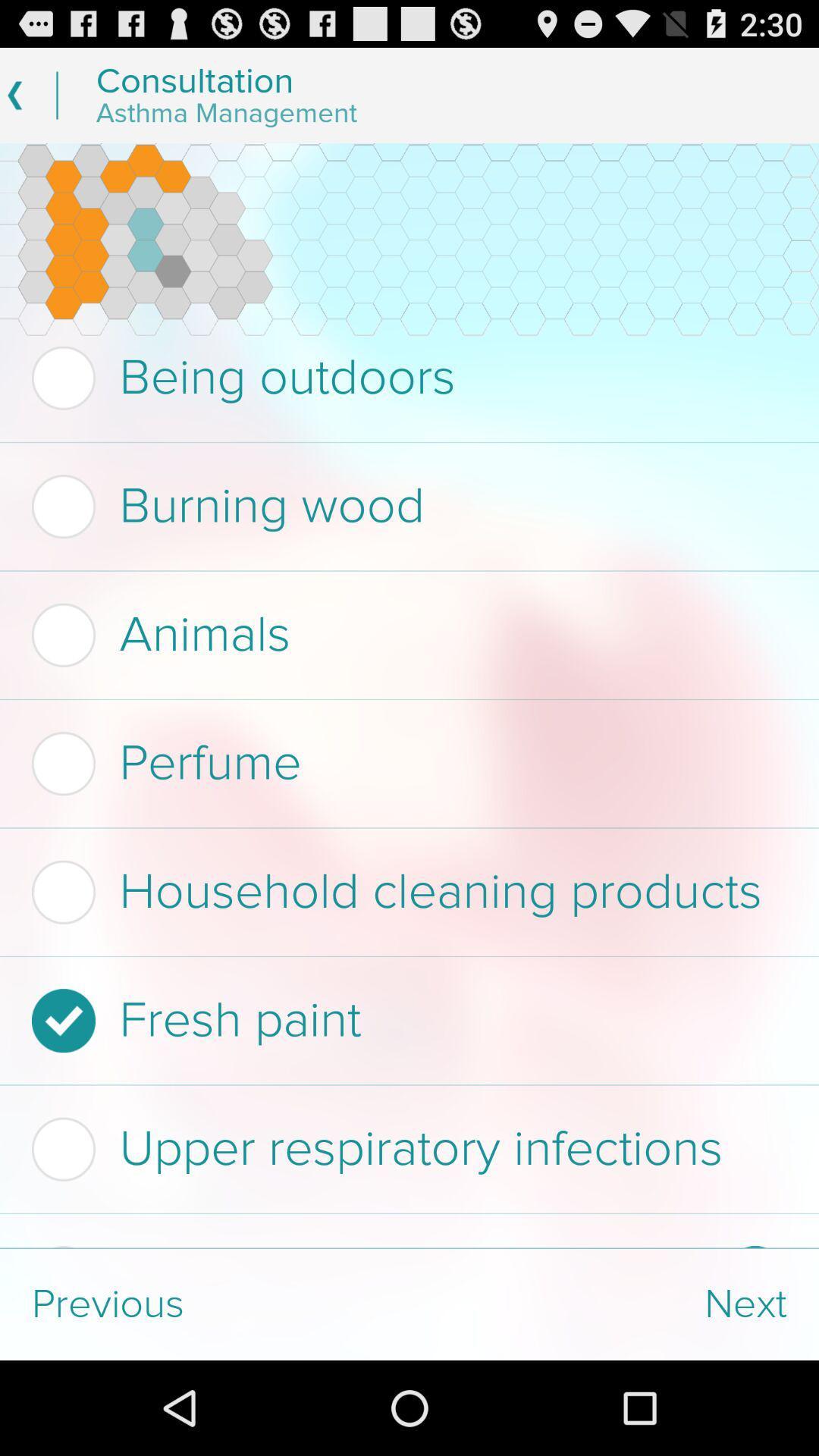 The image size is (819, 1456). Describe the element at coordinates (404, 1149) in the screenshot. I see `item below fresh paint` at that location.